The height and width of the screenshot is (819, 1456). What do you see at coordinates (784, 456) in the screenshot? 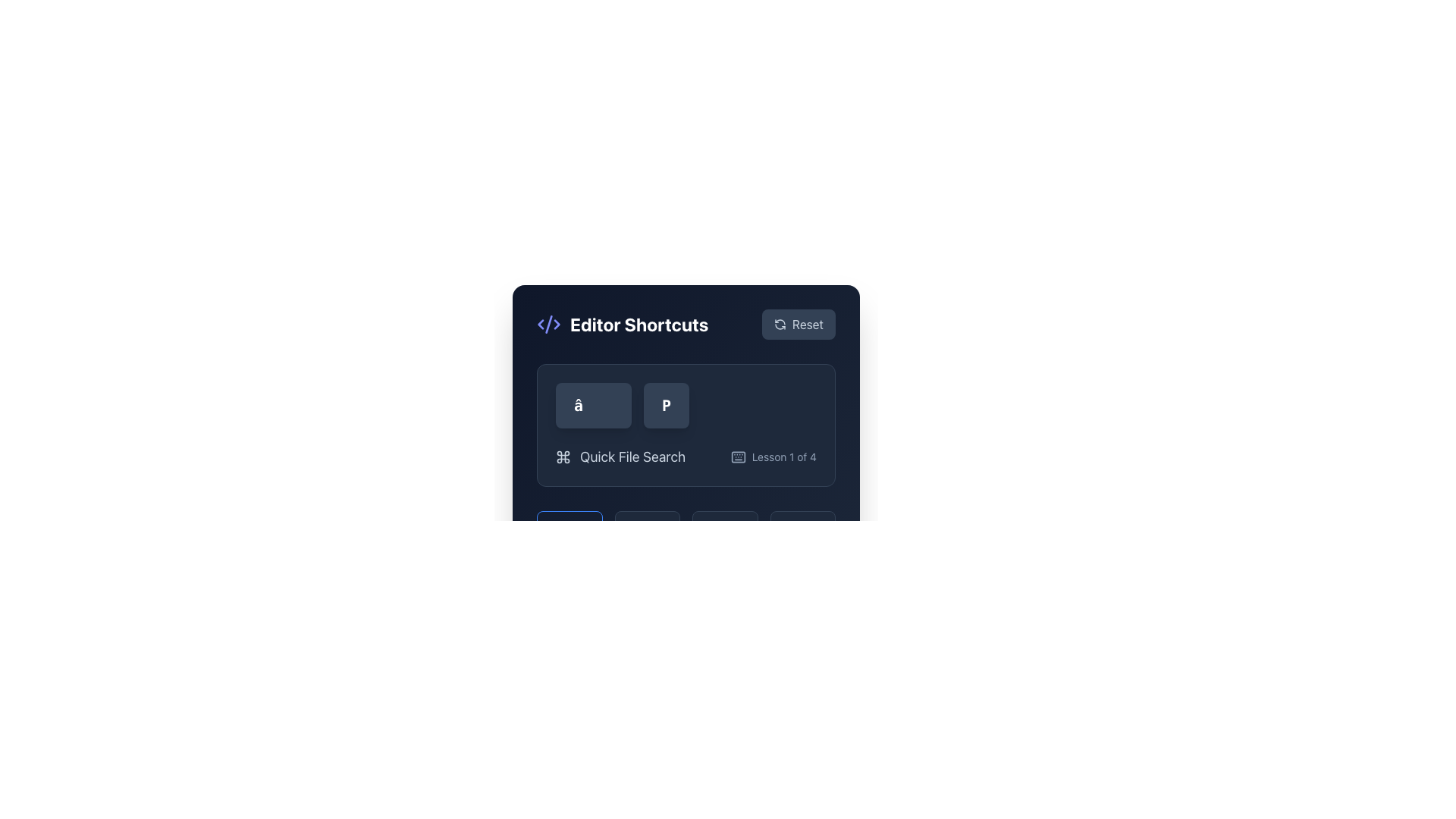
I see `the informative text label indicating the current lesson as the first out of four lessons, located to the right of the keyboard icon in the 'Editor Shortcuts' section` at bounding box center [784, 456].